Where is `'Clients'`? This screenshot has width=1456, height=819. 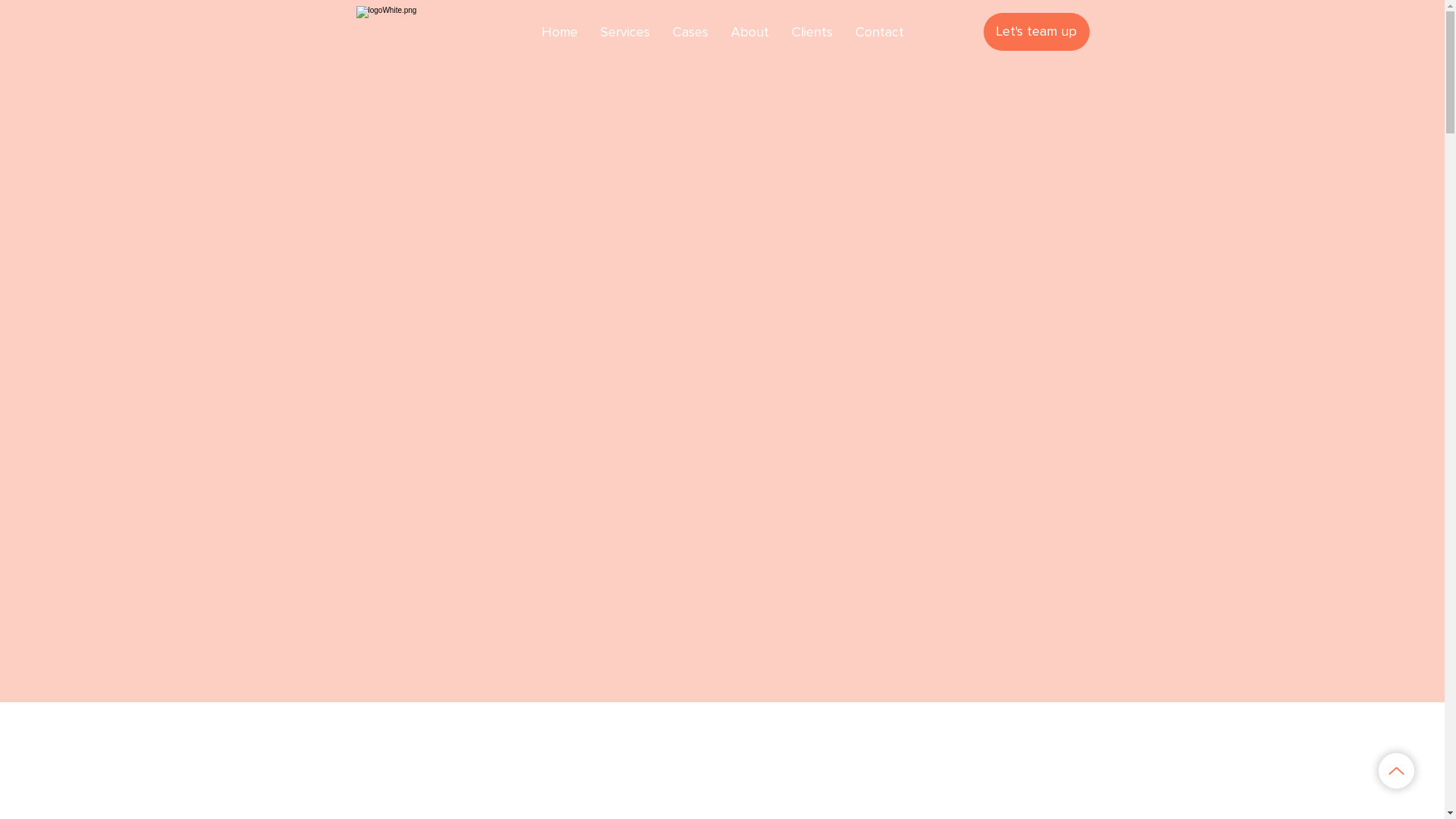
'Clients' is located at coordinates (811, 32).